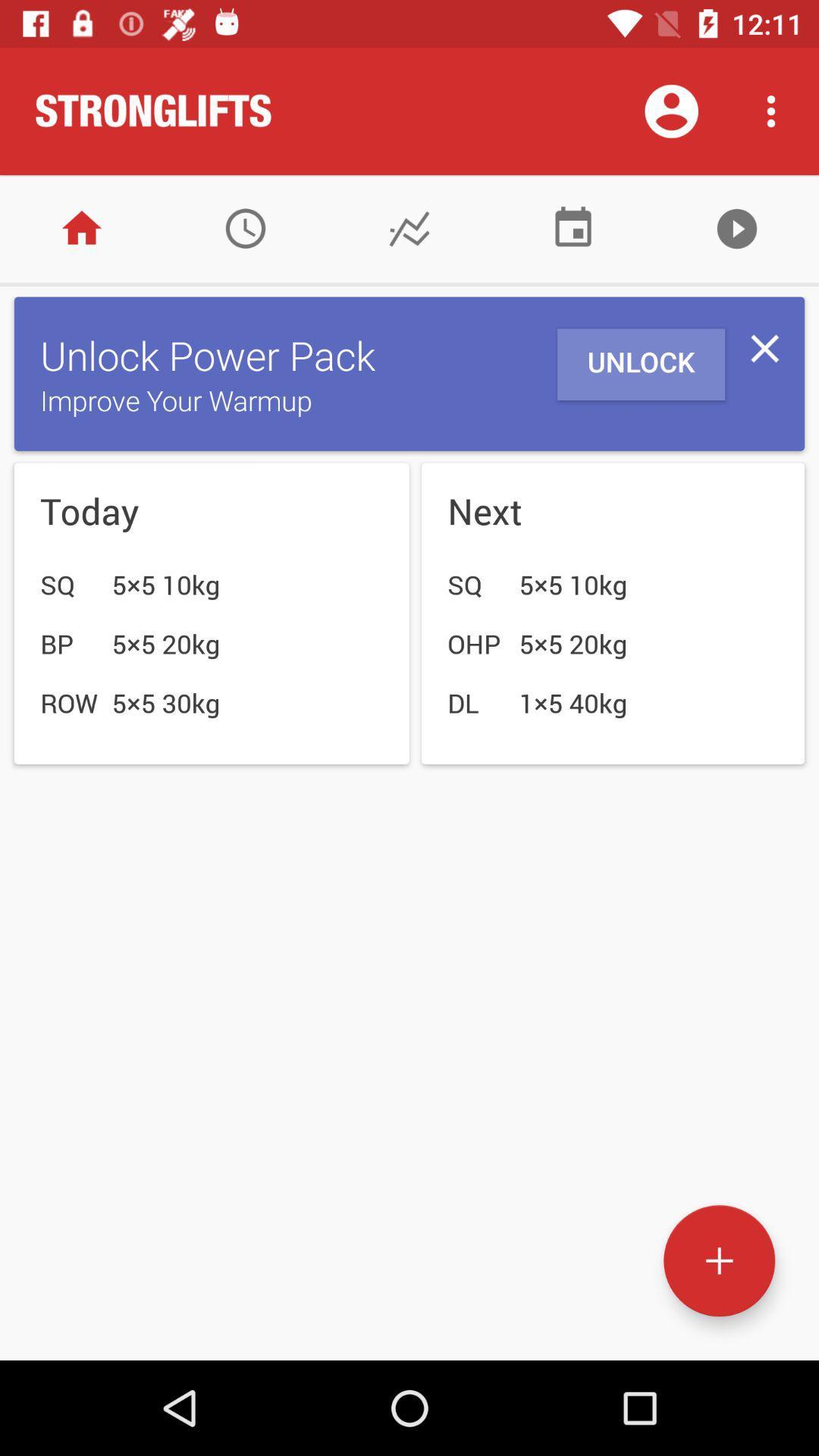 The width and height of the screenshot is (819, 1456). Describe the element at coordinates (718, 1260) in the screenshot. I see `icon below the unlock` at that location.